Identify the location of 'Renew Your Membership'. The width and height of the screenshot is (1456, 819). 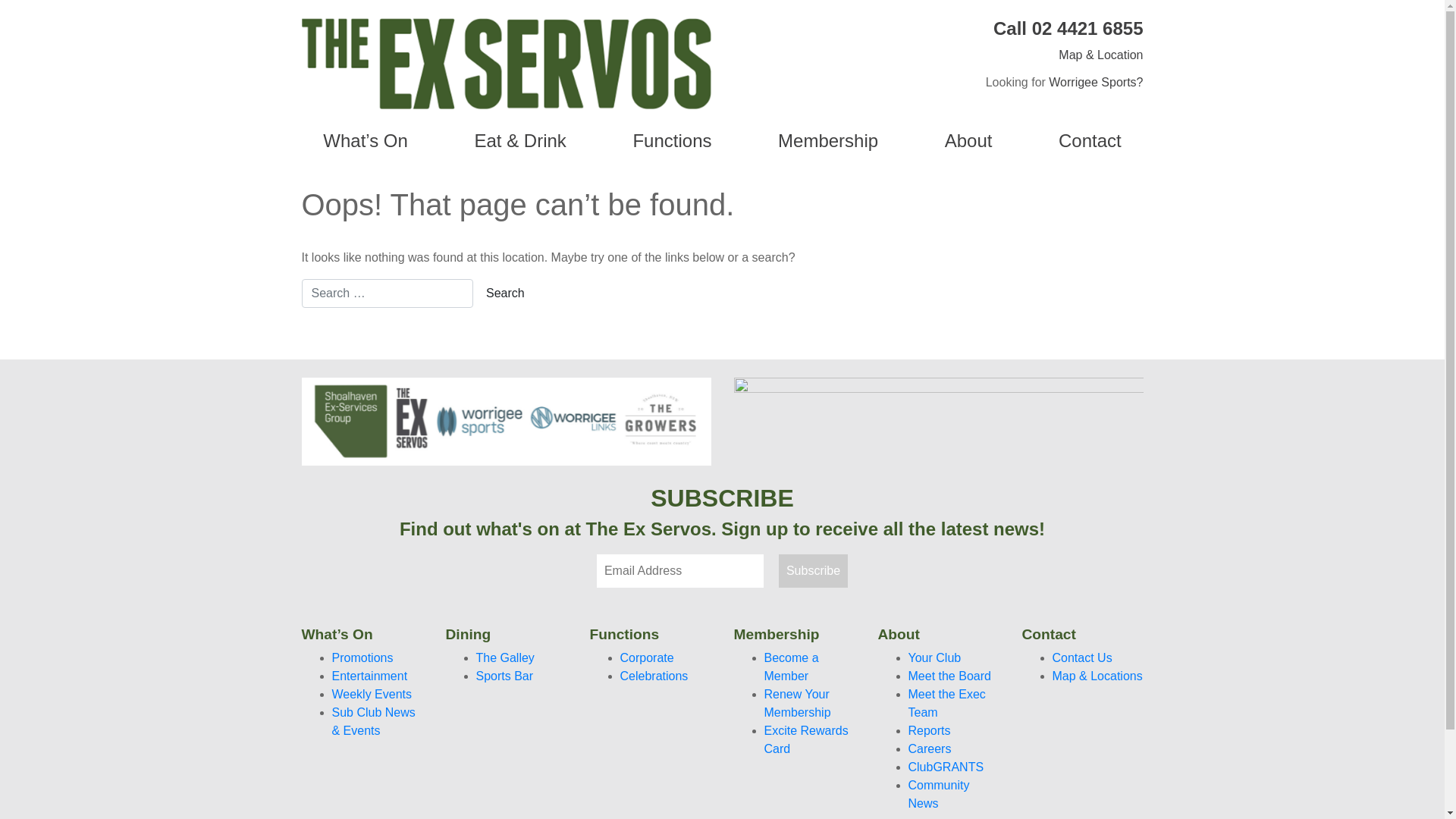
(796, 703).